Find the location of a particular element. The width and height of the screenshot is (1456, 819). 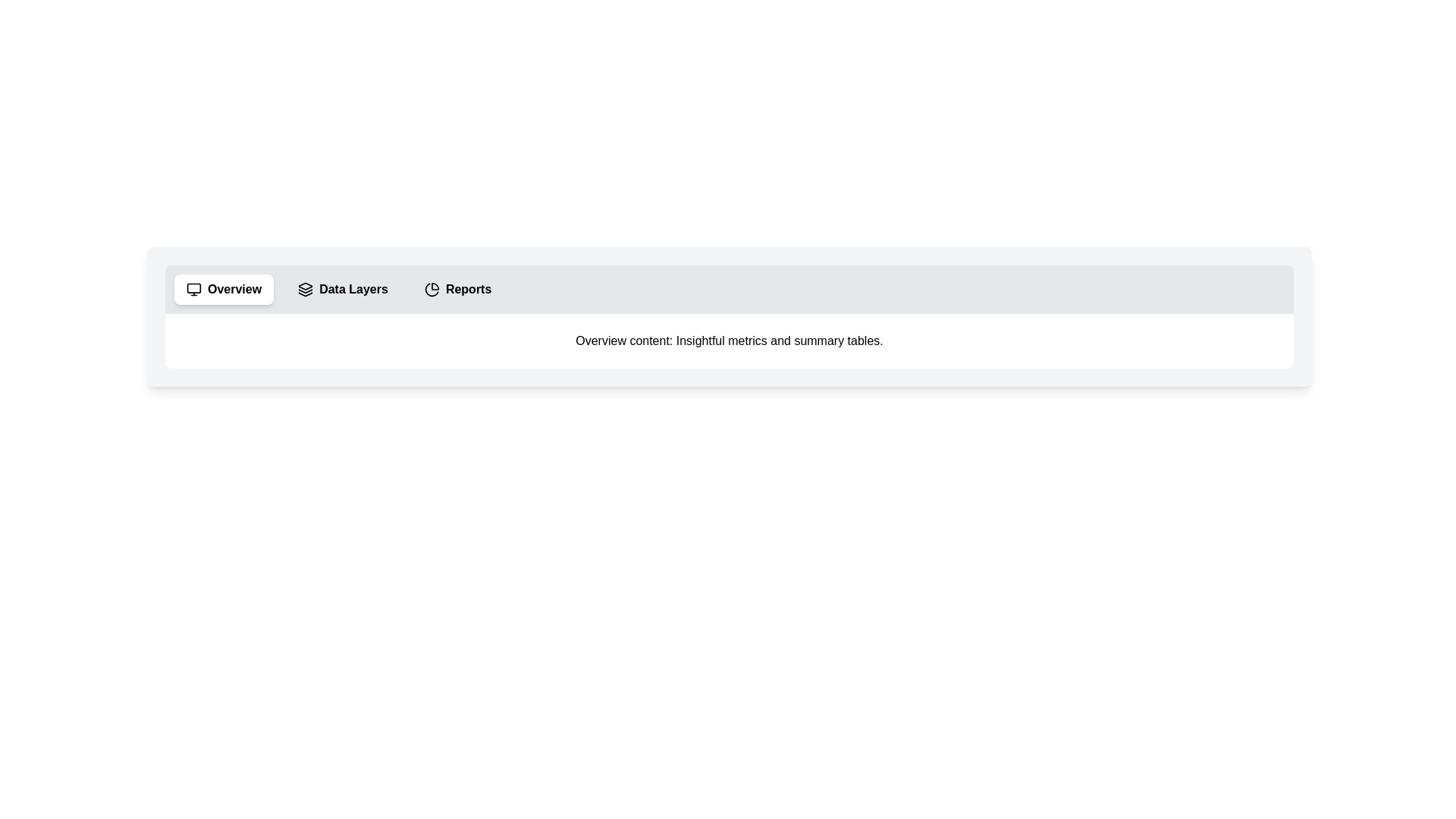

the tab labeled 'Reports' to switch to it is located at coordinates (457, 289).